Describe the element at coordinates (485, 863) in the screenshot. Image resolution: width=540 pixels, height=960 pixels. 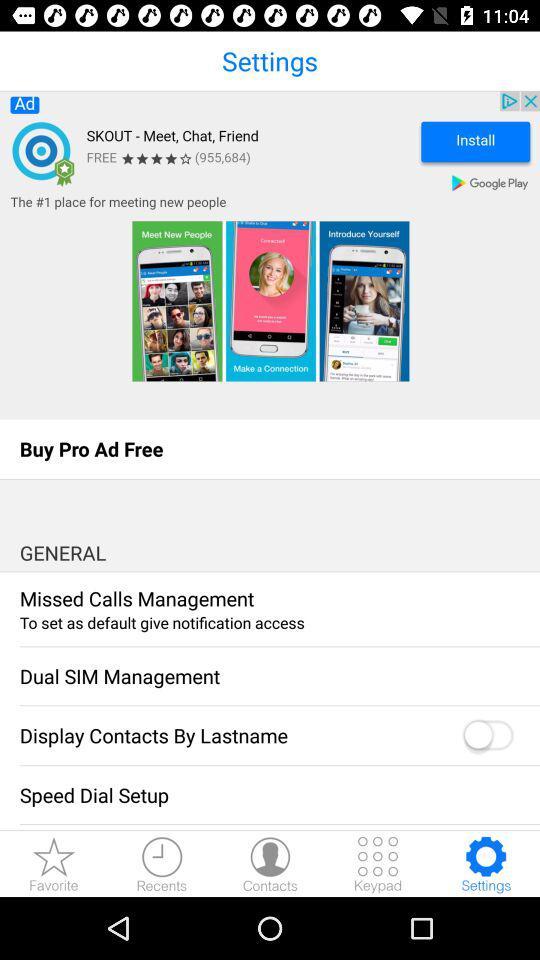
I see `settings icon at the bottom of the page` at that location.